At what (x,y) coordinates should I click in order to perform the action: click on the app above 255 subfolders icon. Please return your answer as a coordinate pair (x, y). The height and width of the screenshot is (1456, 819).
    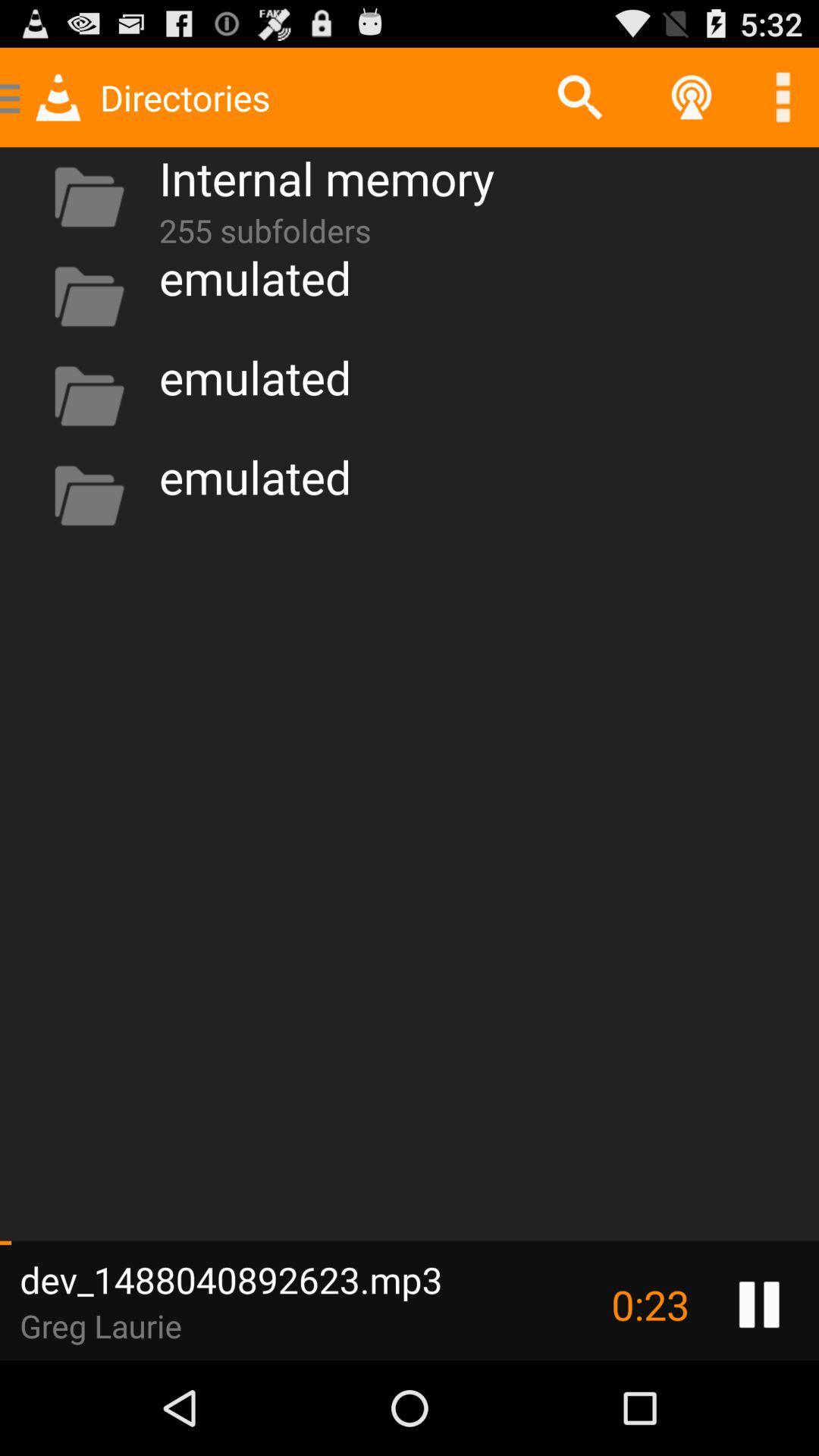
    Looking at the image, I should click on (325, 177).